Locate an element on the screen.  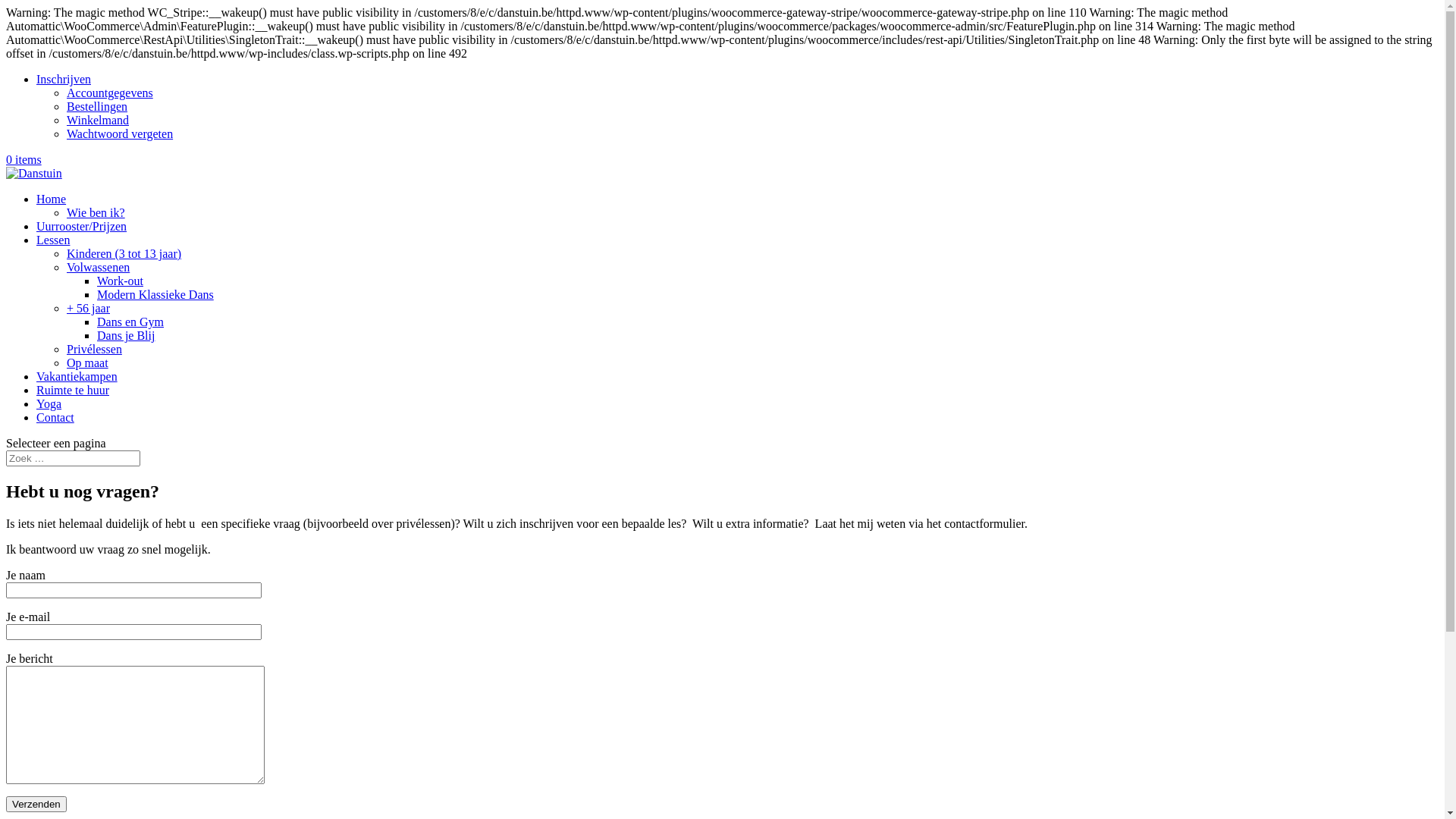
'Vakantiekampen' is located at coordinates (76, 375).